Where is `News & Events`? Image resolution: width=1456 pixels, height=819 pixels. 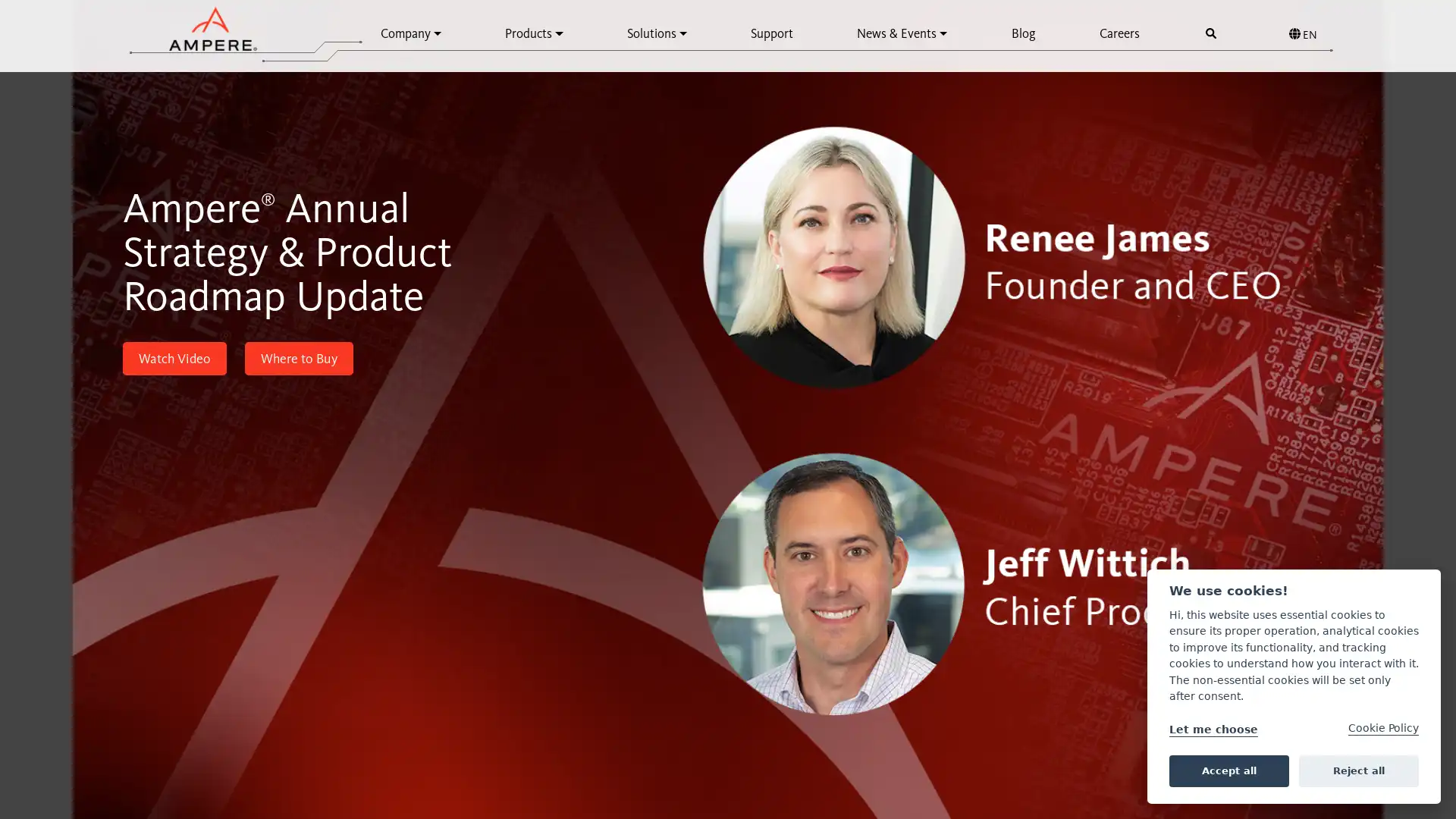 News & Events is located at coordinates (902, 33).